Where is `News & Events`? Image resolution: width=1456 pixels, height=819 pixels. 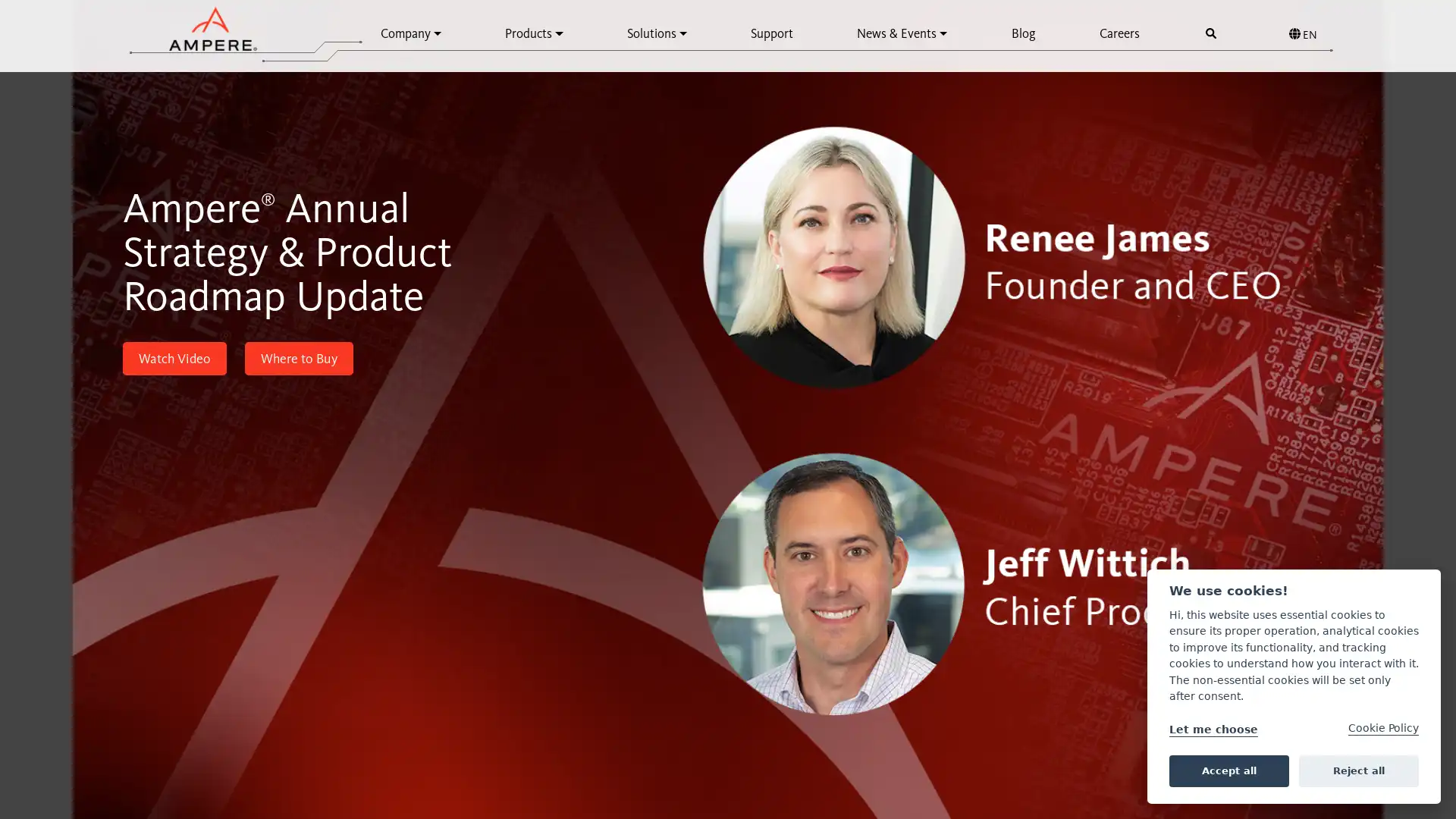 News & Events is located at coordinates (902, 33).